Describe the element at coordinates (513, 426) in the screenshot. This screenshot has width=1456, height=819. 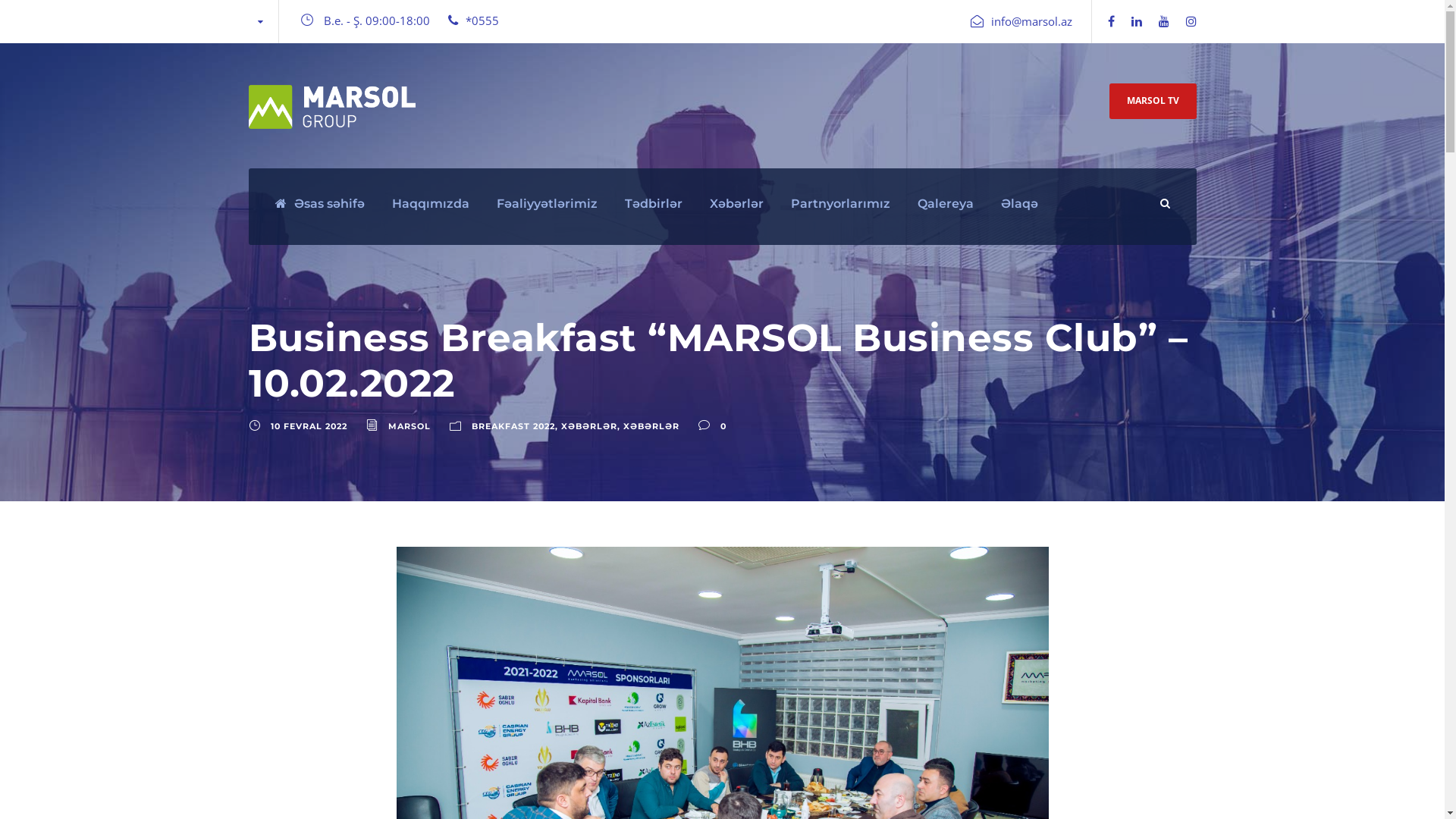
I see `'BREAKFAST 2022'` at that location.